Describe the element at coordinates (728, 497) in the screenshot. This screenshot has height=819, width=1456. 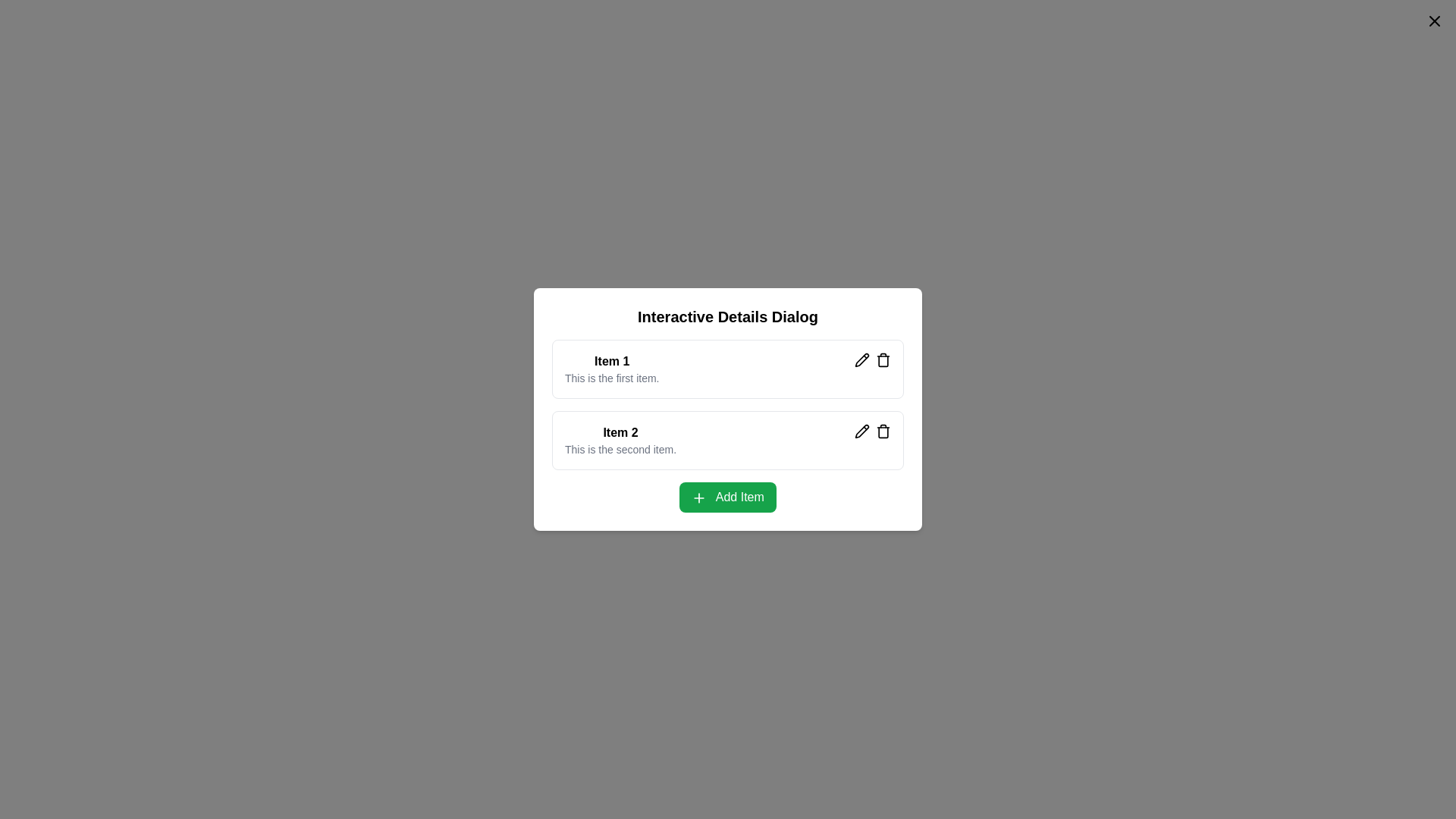
I see `the add item button located centrally at the bottom of the dialog box, directly below the items labeled 'Item 1' and 'Item 2'` at that location.